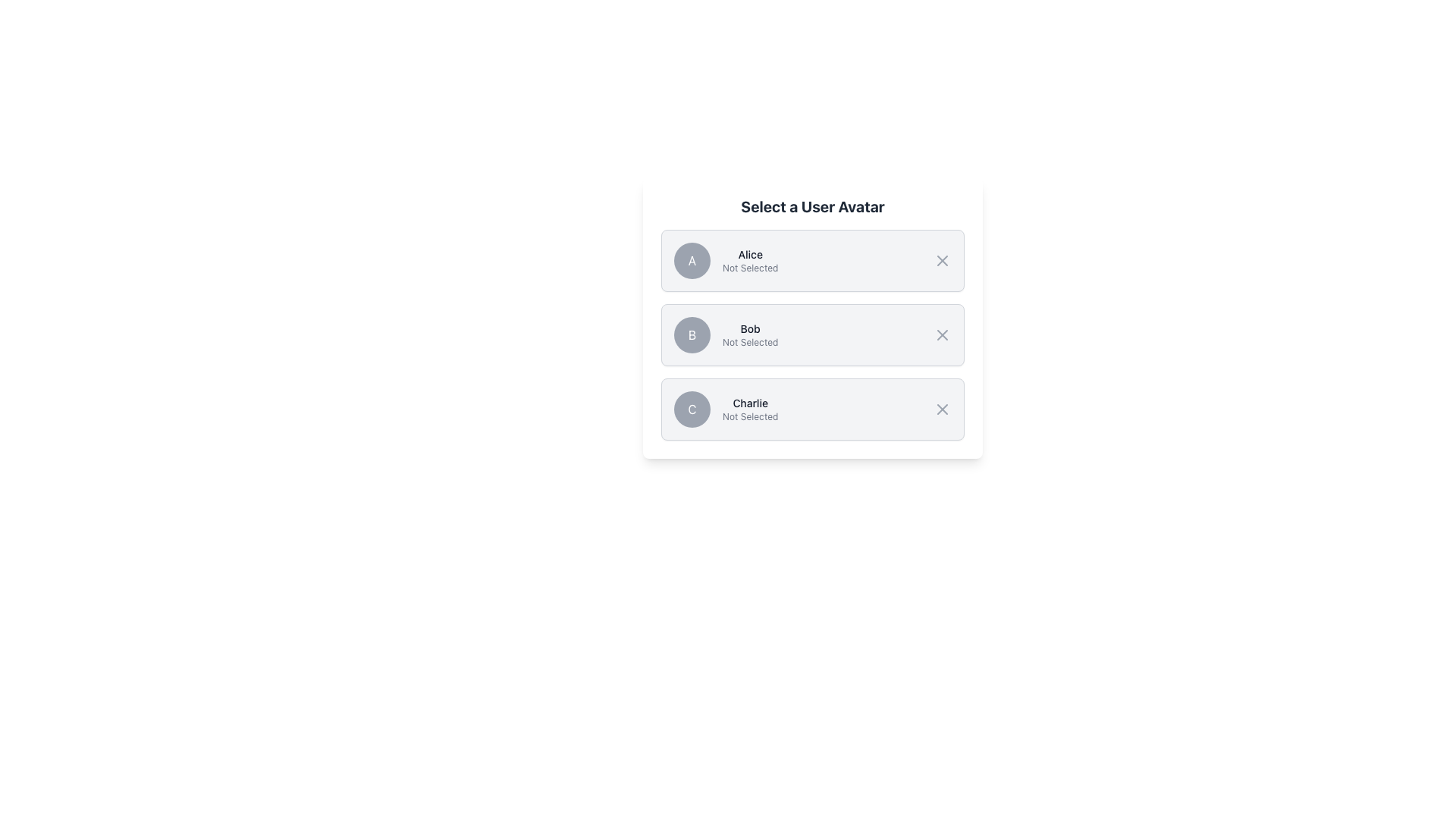 The width and height of the screenshot is (1456, 819). Describe the element at coordinates (750, 417) in the screenshot. I see `the status indicator text label for user 'Charlie', which indicates that no selection has been made. This label is positioned directly beneath the name 'Charlie' in the third user option of a vertical list` at that location.